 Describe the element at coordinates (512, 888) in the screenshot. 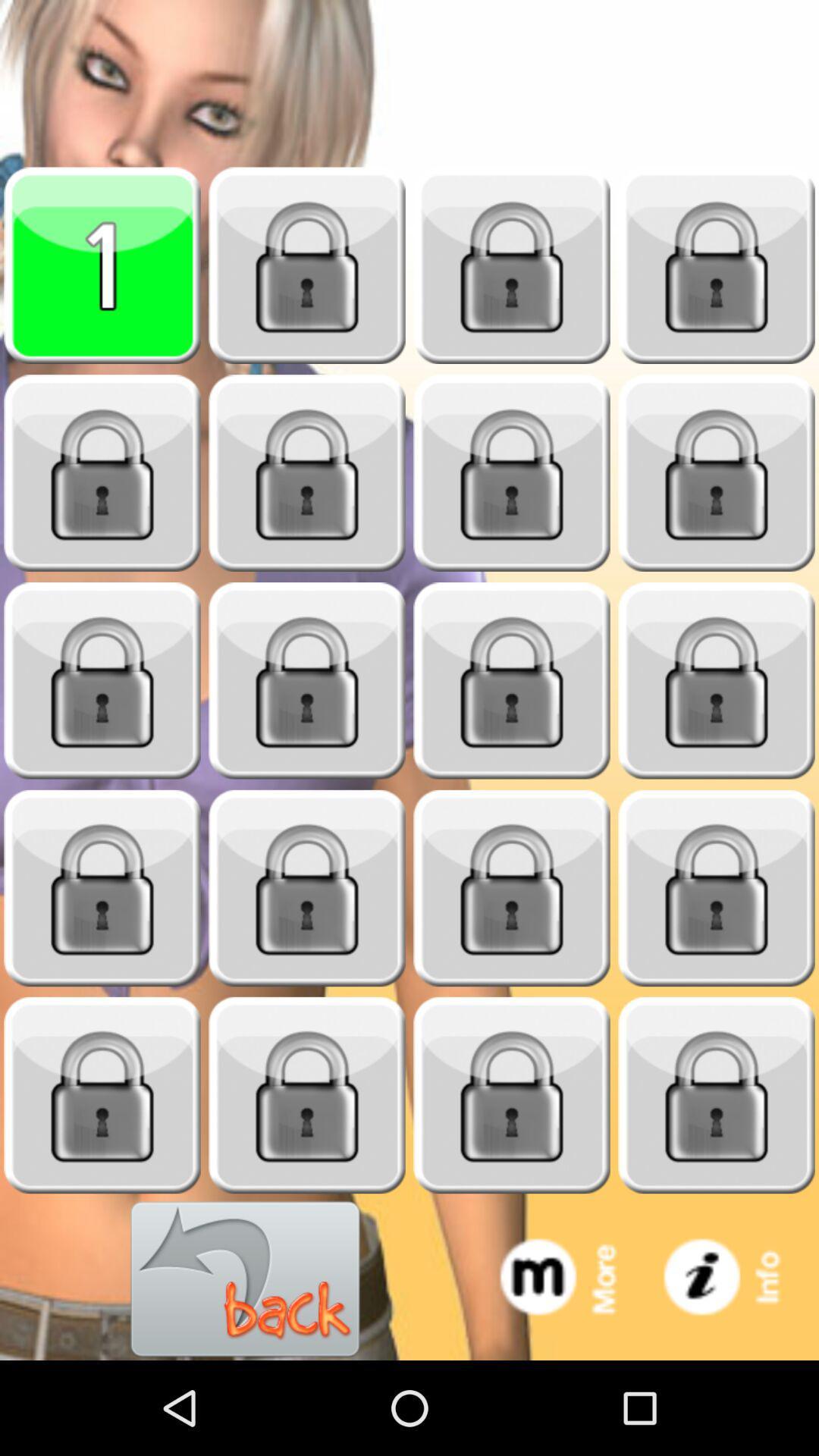

I see `the option` at that location.